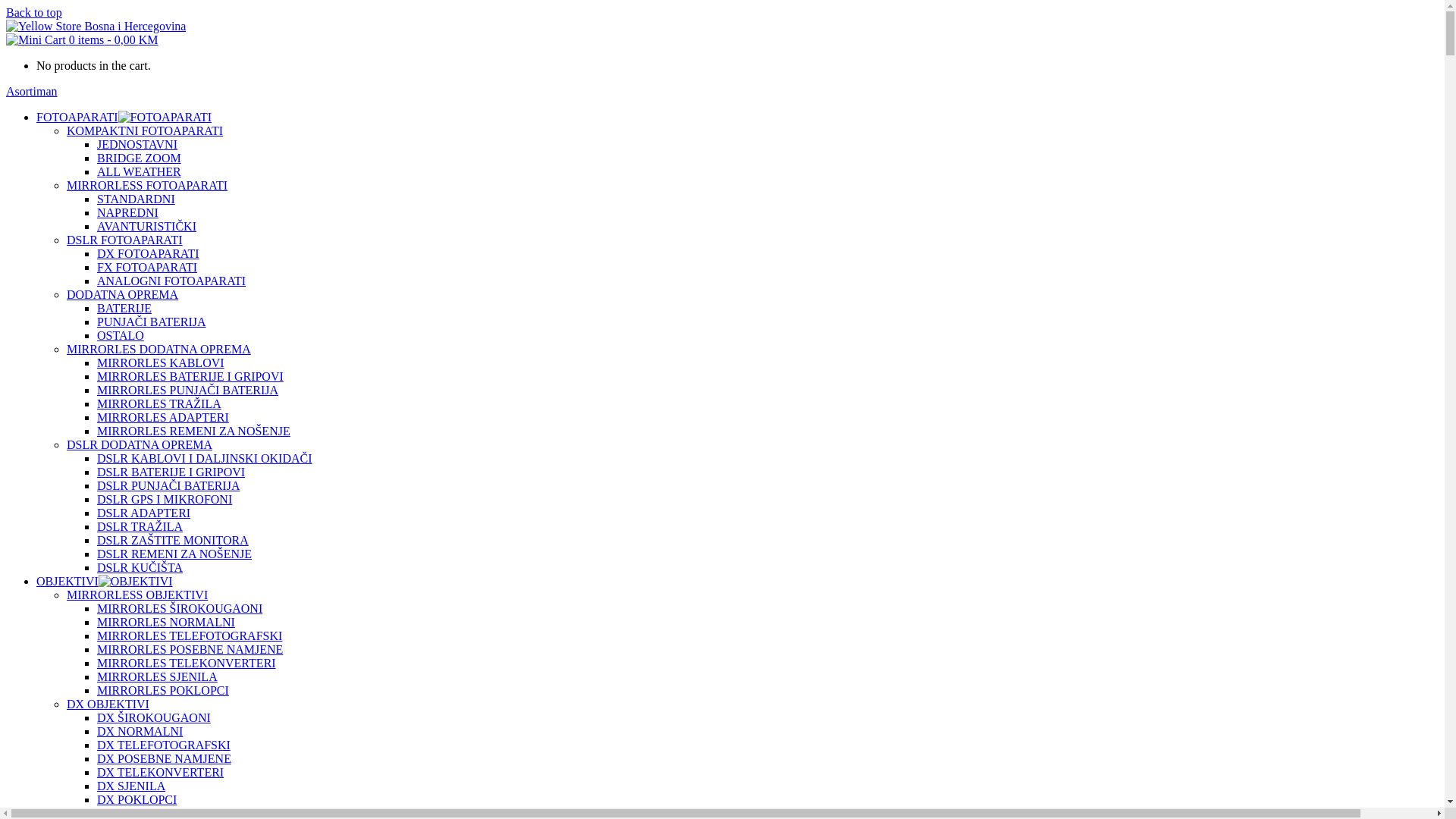  What do you see at coordinates (122, 294) in the screenshot?
I see `'DODATNA OPREMA'` at bounding box center [122, 294].